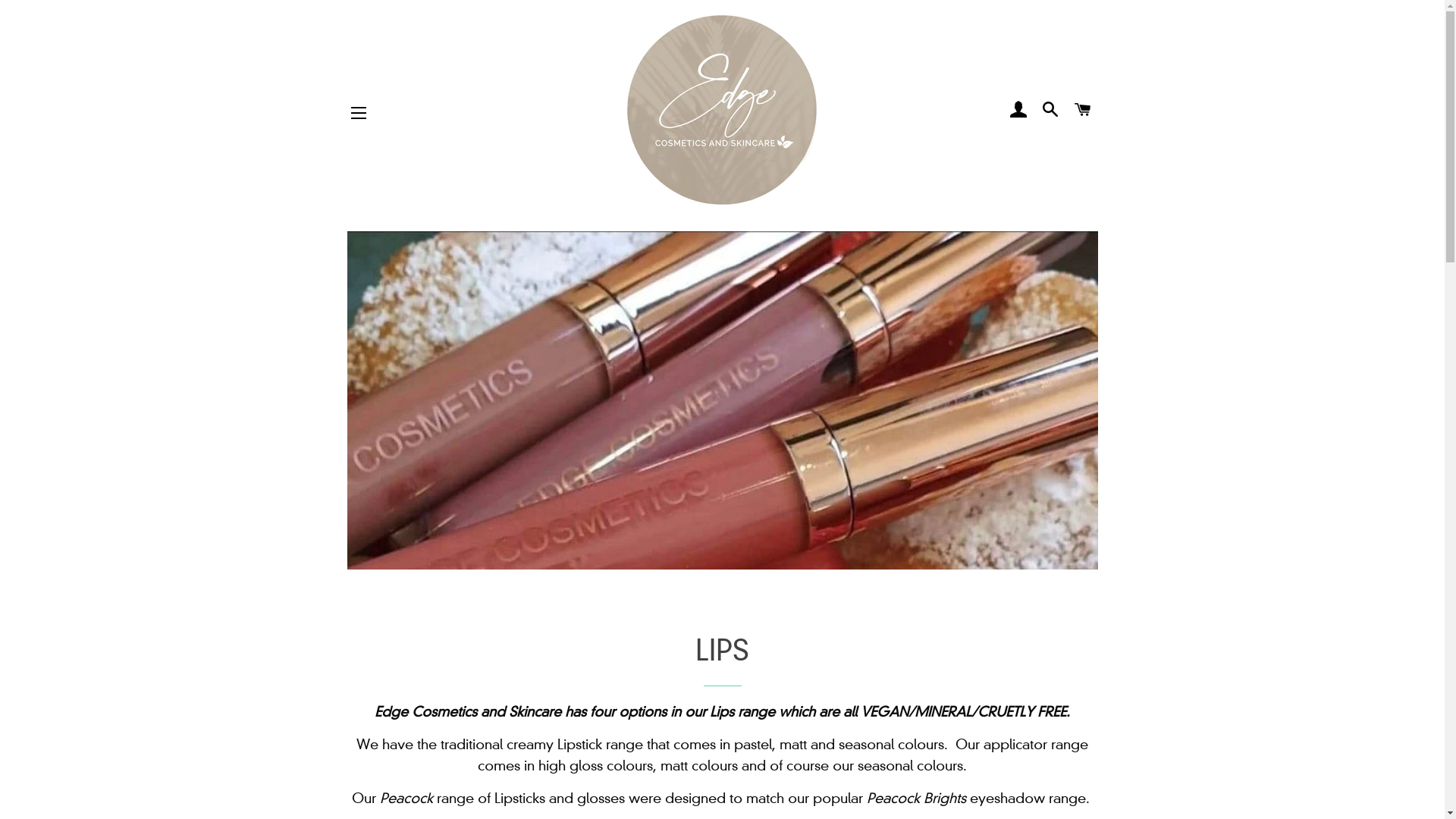  I want to click on 'SITE NAVIGATION', so click(358, 112).